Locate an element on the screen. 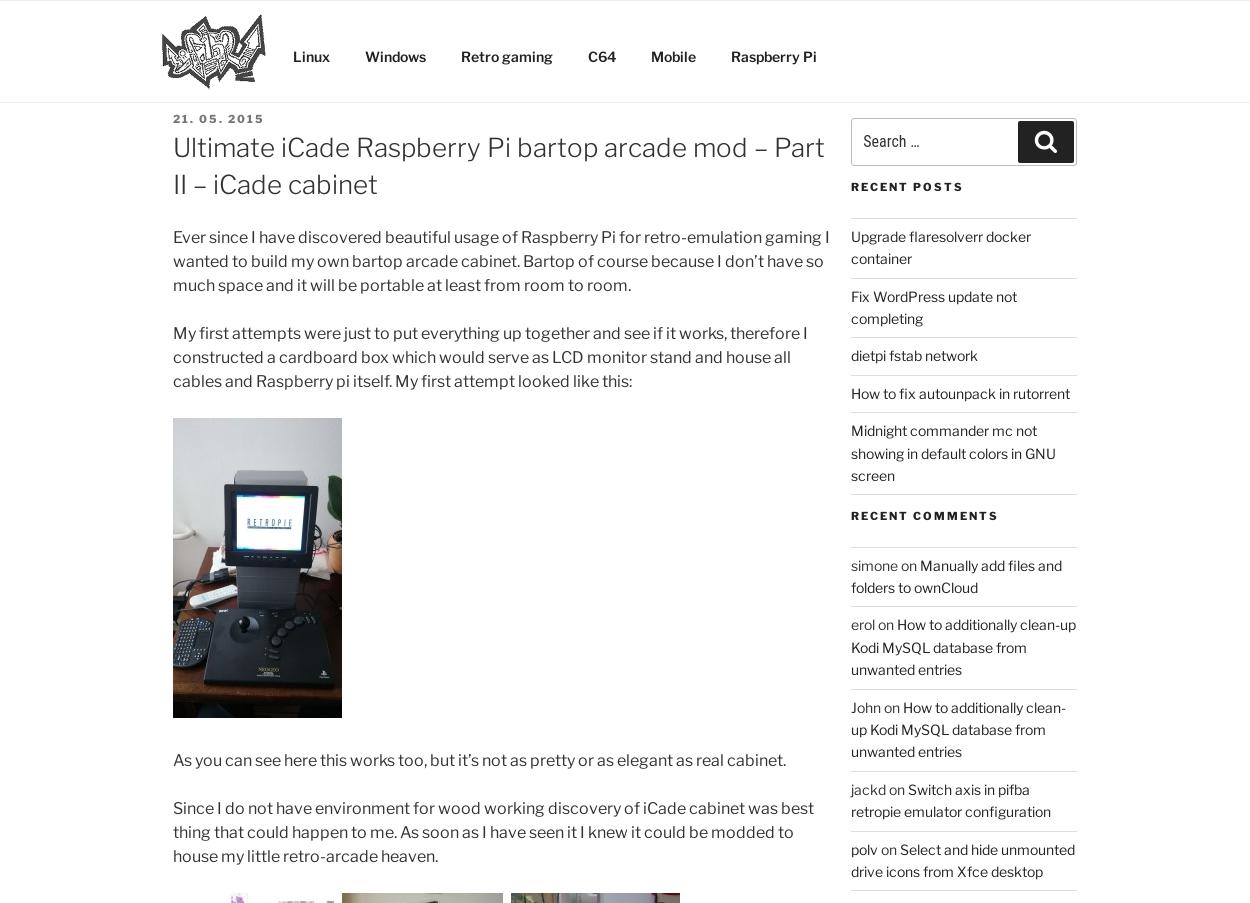 The width and height of the screenshot is (1250, 903). 'erol' is located at coordinates (850, 624).